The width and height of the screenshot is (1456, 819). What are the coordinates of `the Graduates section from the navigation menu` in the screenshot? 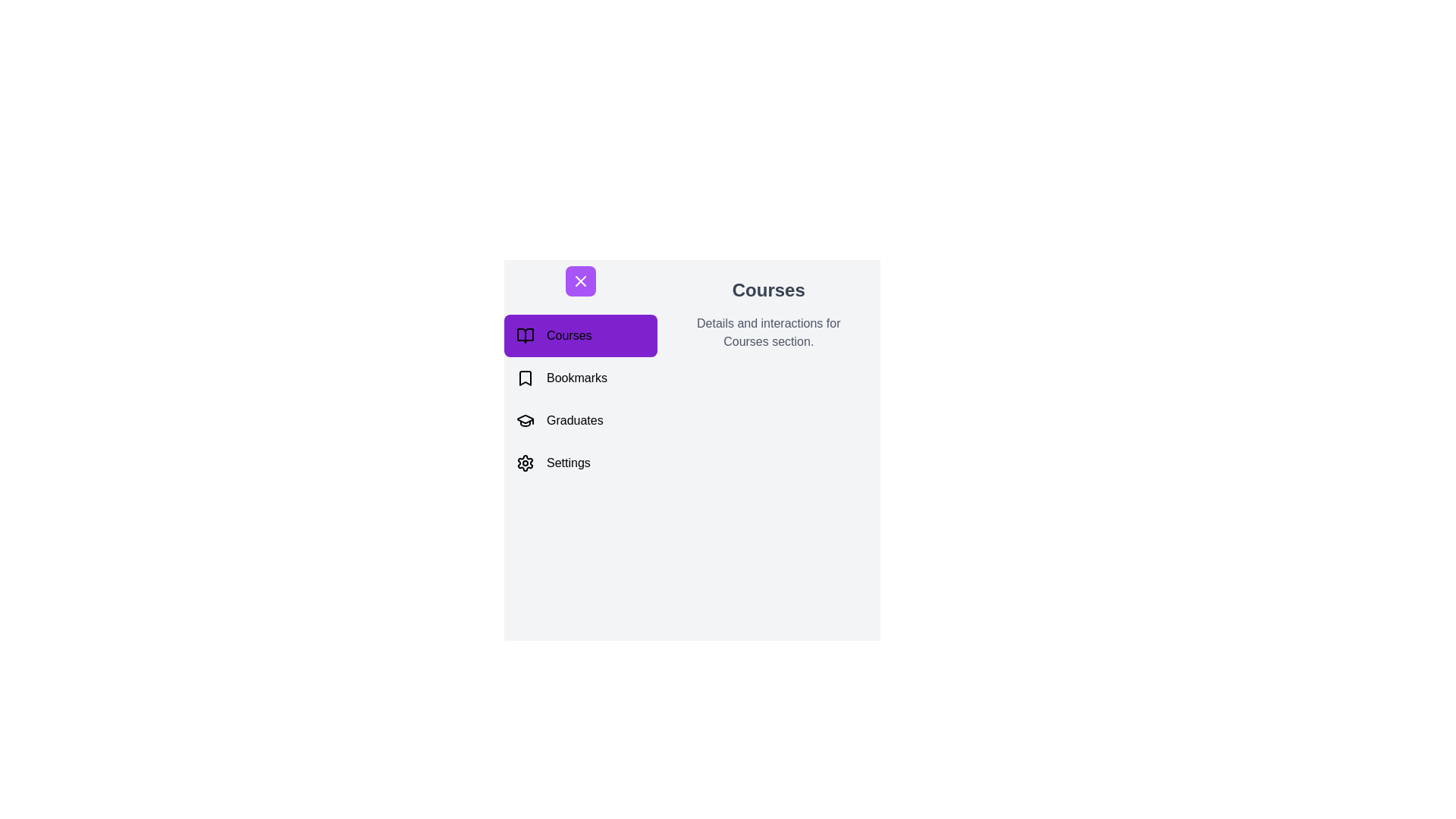 It's located at (579, 421).